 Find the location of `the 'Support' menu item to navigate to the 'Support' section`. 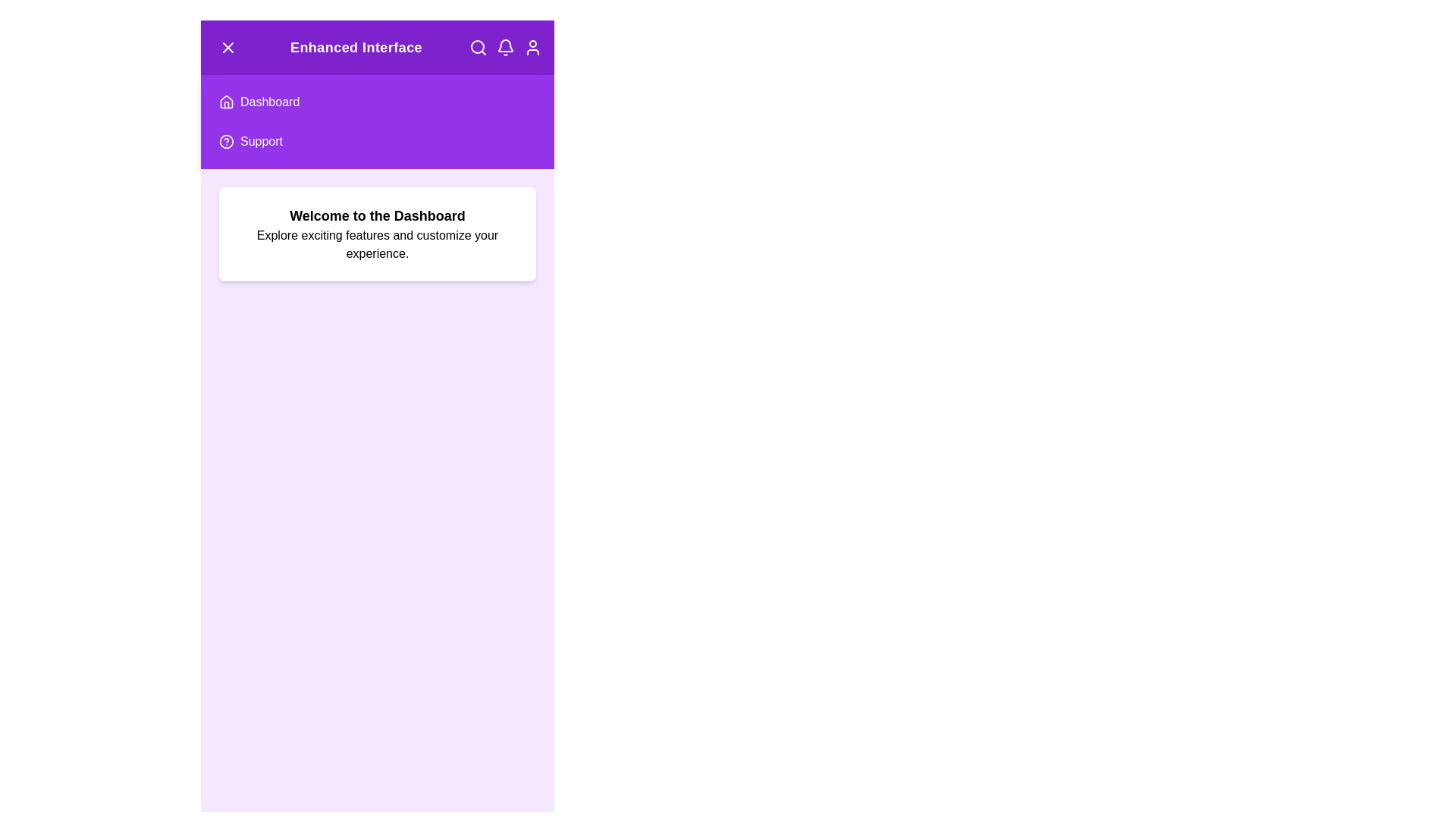

the 'Support' menu item to navigate to the 'Support' section is located at coordinates (378, 141).